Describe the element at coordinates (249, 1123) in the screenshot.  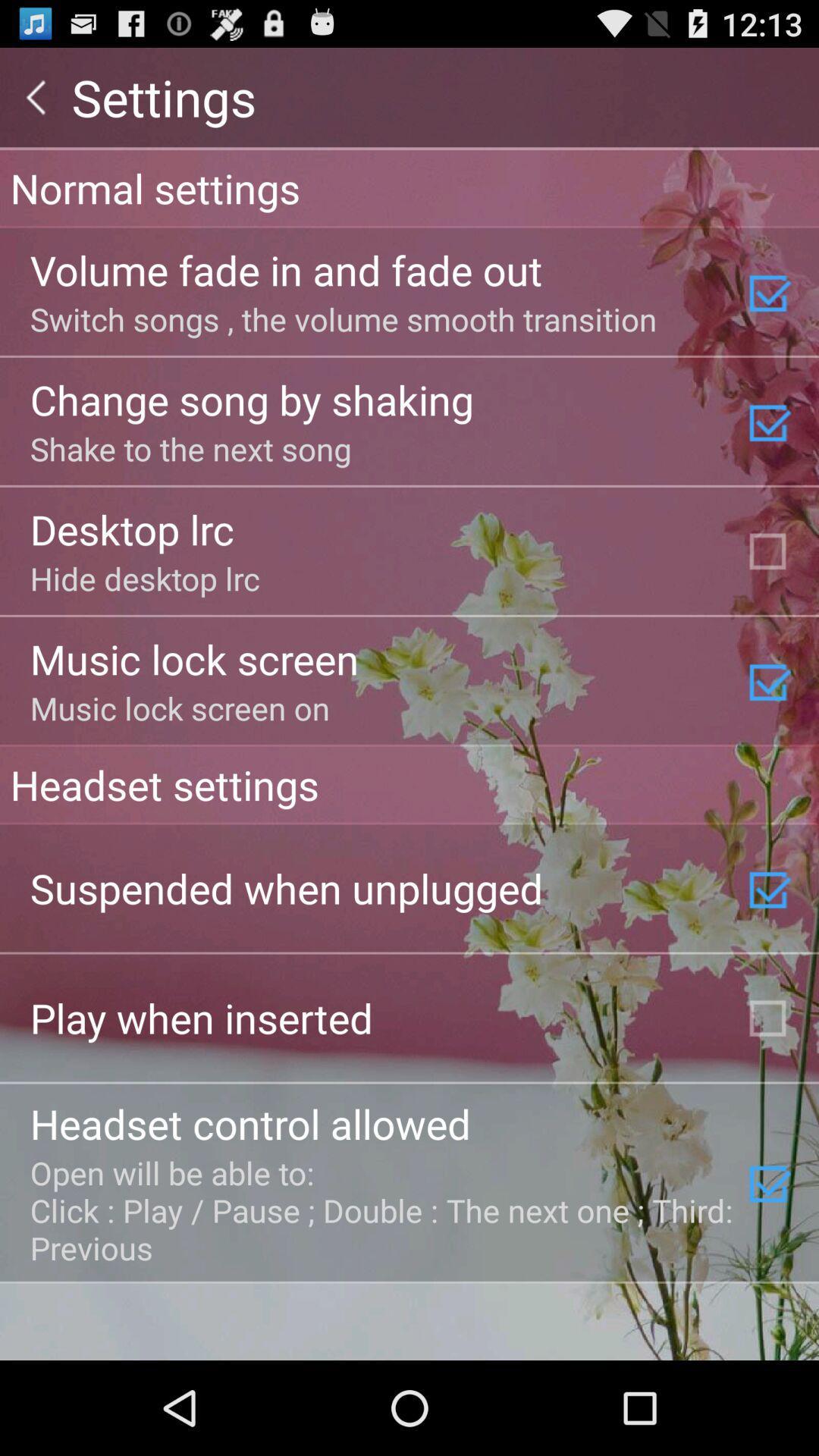
I see `headset control allowed` at that location.